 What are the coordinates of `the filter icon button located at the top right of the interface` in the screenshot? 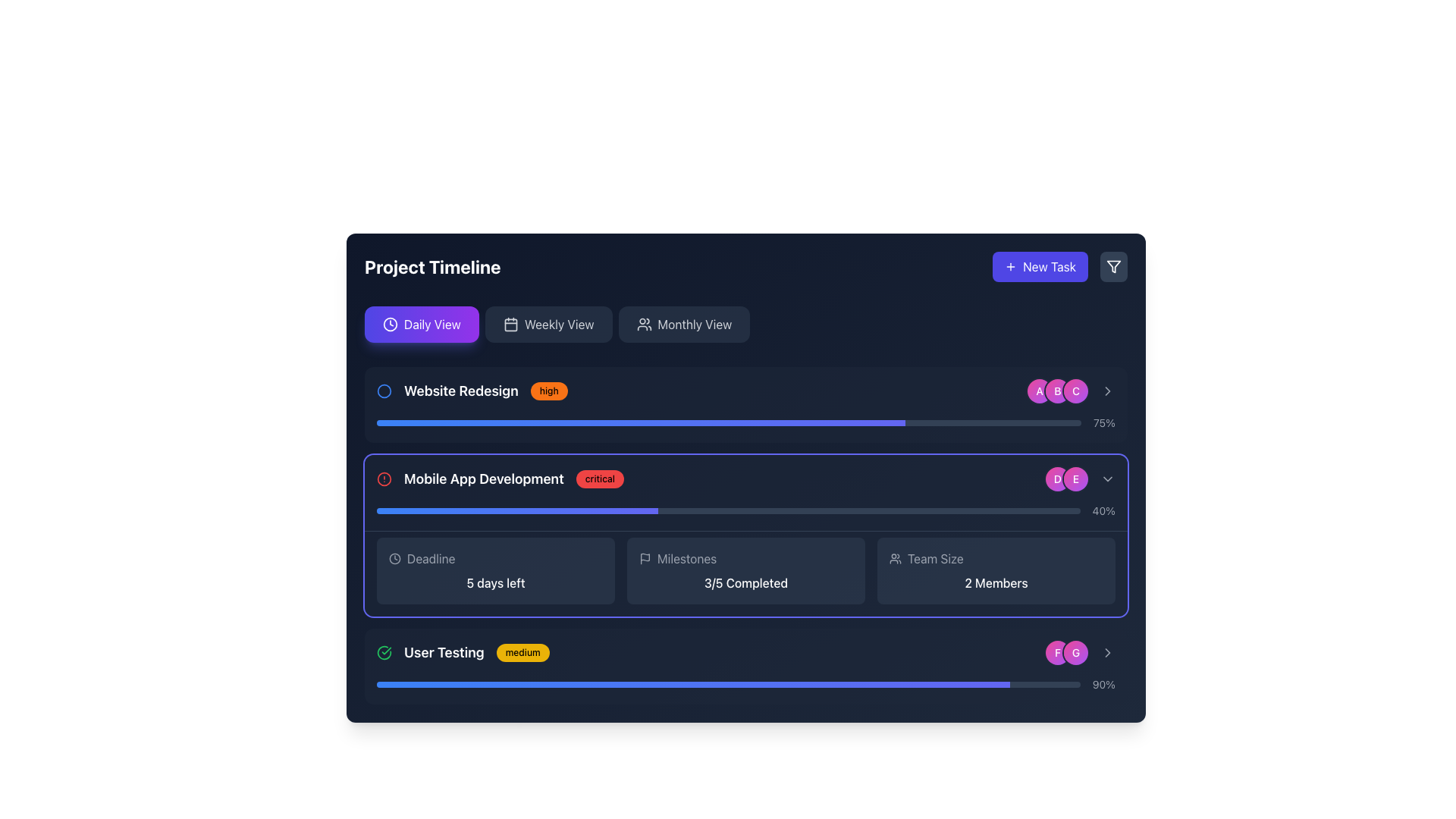 It's located at (1113, 265).